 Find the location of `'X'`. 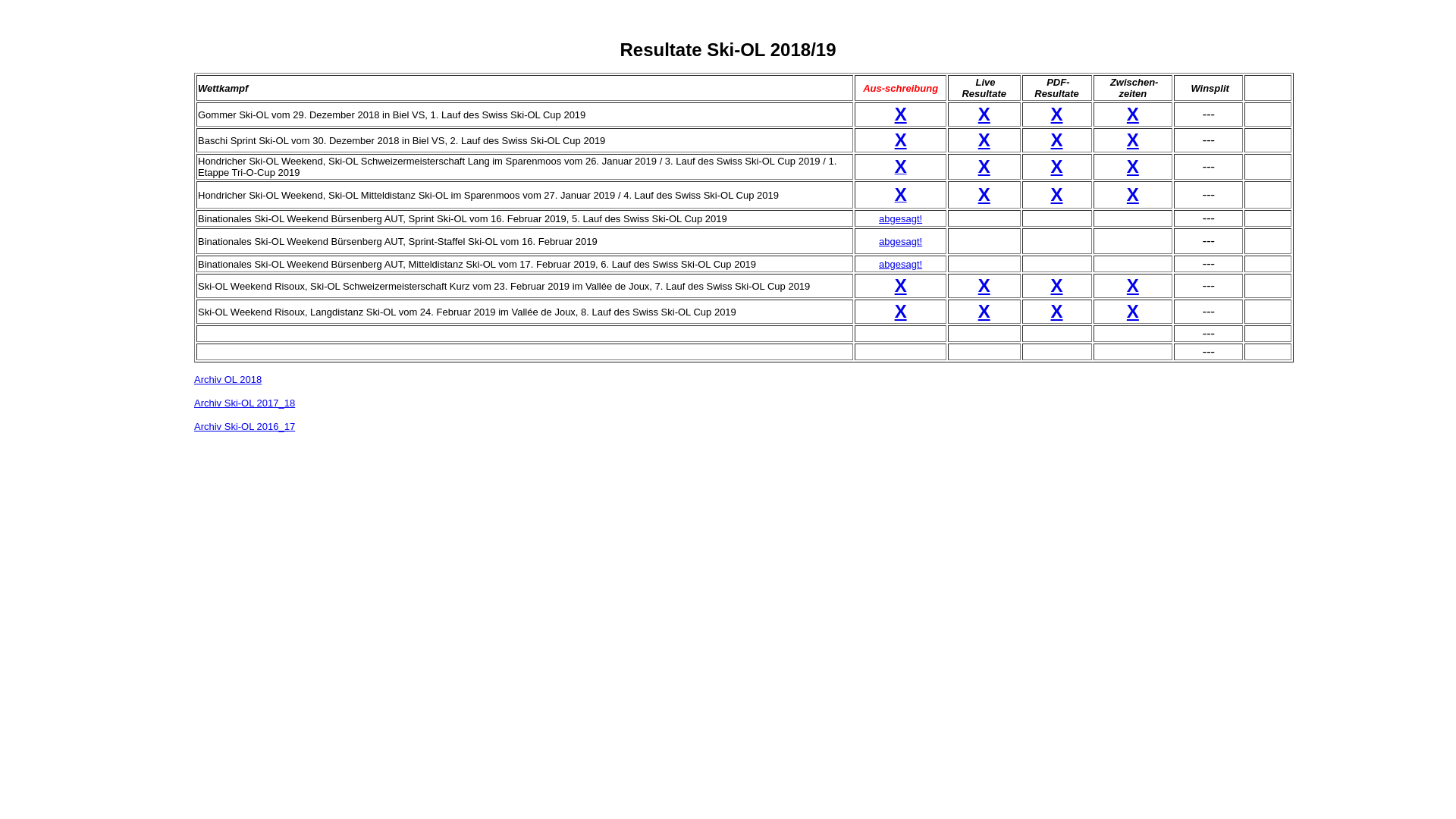

'X' is located at coordinates (1056, 310).